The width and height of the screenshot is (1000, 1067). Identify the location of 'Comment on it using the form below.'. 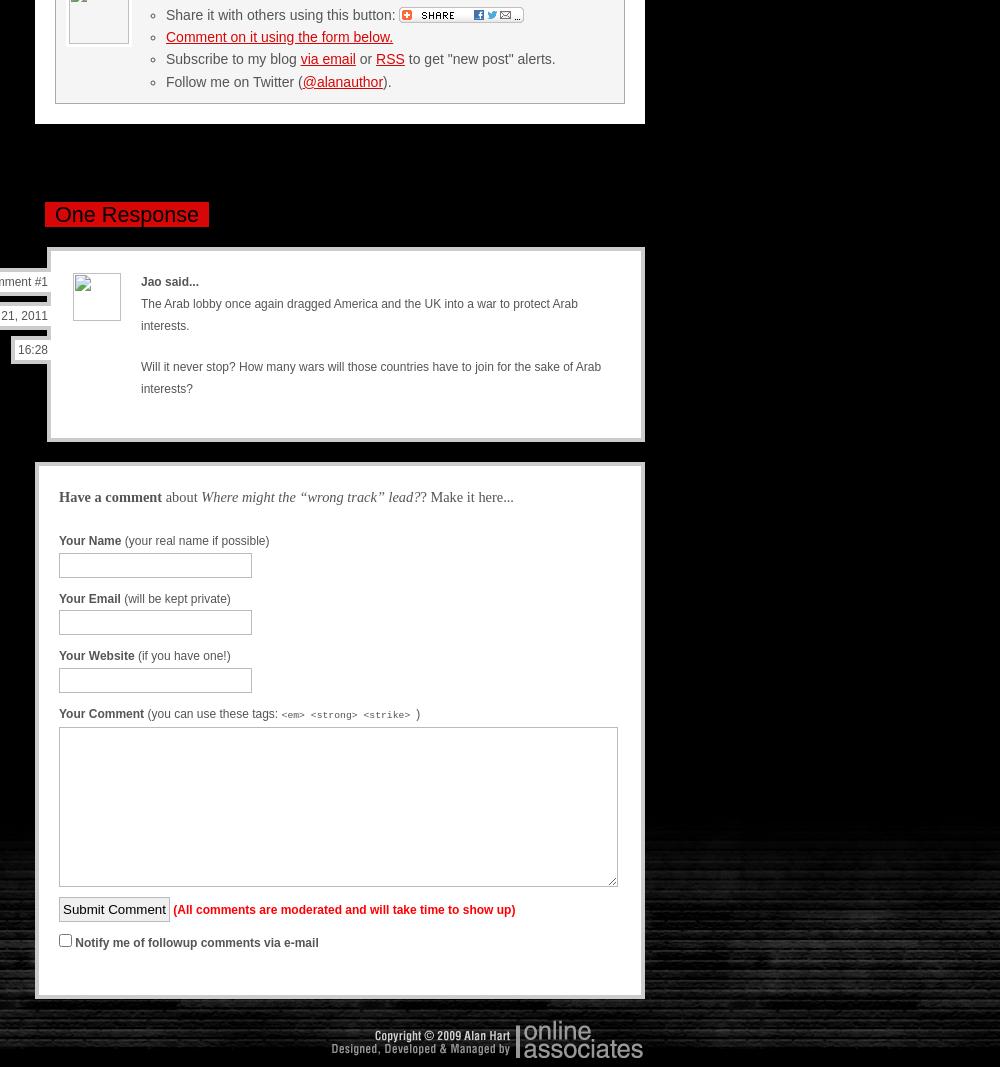
(279, 34).